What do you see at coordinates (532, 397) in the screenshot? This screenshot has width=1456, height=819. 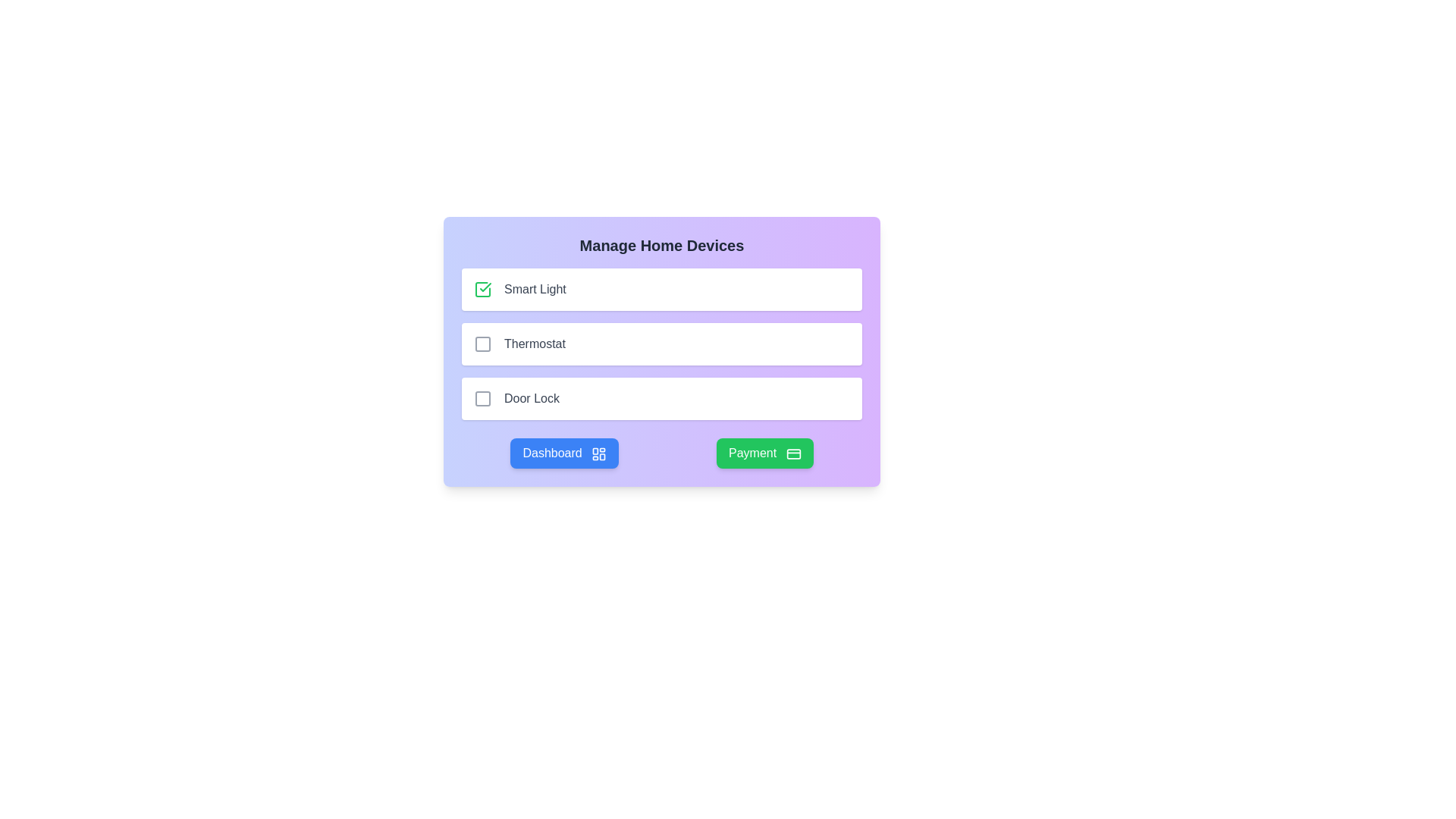 I see `the 'Door Lock' label in the third row of the 'Manage Home Devices' section, which provides information about the associated checkbox` at bounding box center [532, 397].